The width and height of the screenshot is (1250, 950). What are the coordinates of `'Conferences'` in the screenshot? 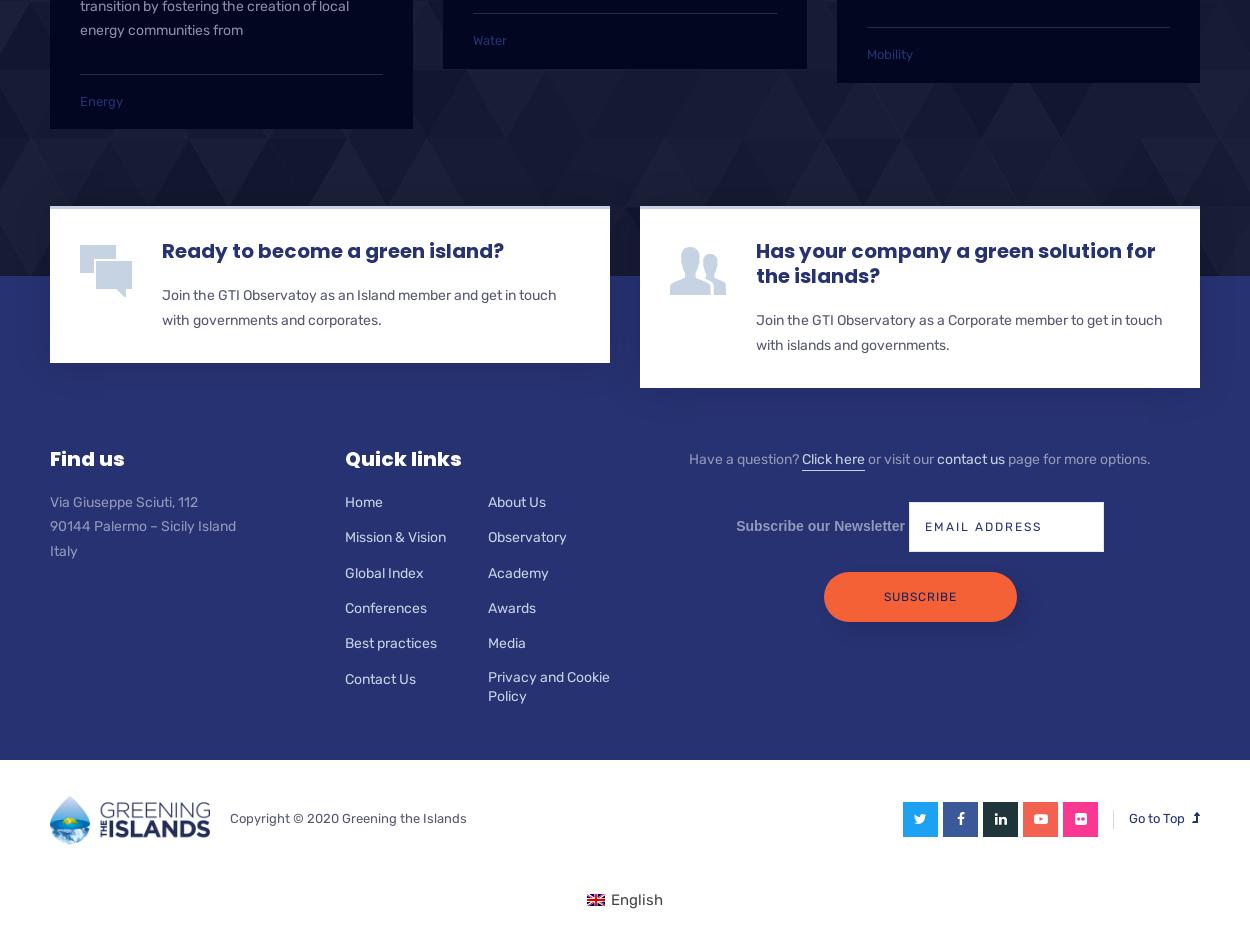 It's located at (386, 608).